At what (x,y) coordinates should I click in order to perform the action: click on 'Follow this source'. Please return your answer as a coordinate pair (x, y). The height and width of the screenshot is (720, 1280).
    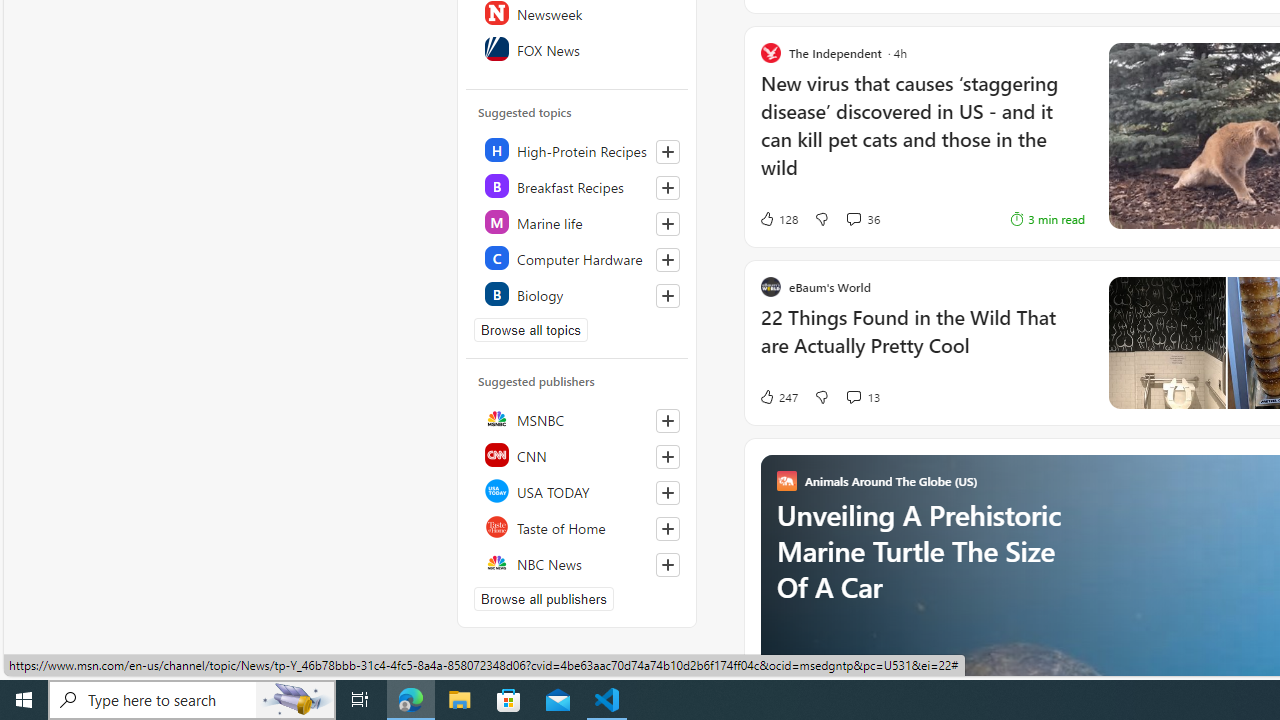
    Looking at the image, I should click on (667, 564).